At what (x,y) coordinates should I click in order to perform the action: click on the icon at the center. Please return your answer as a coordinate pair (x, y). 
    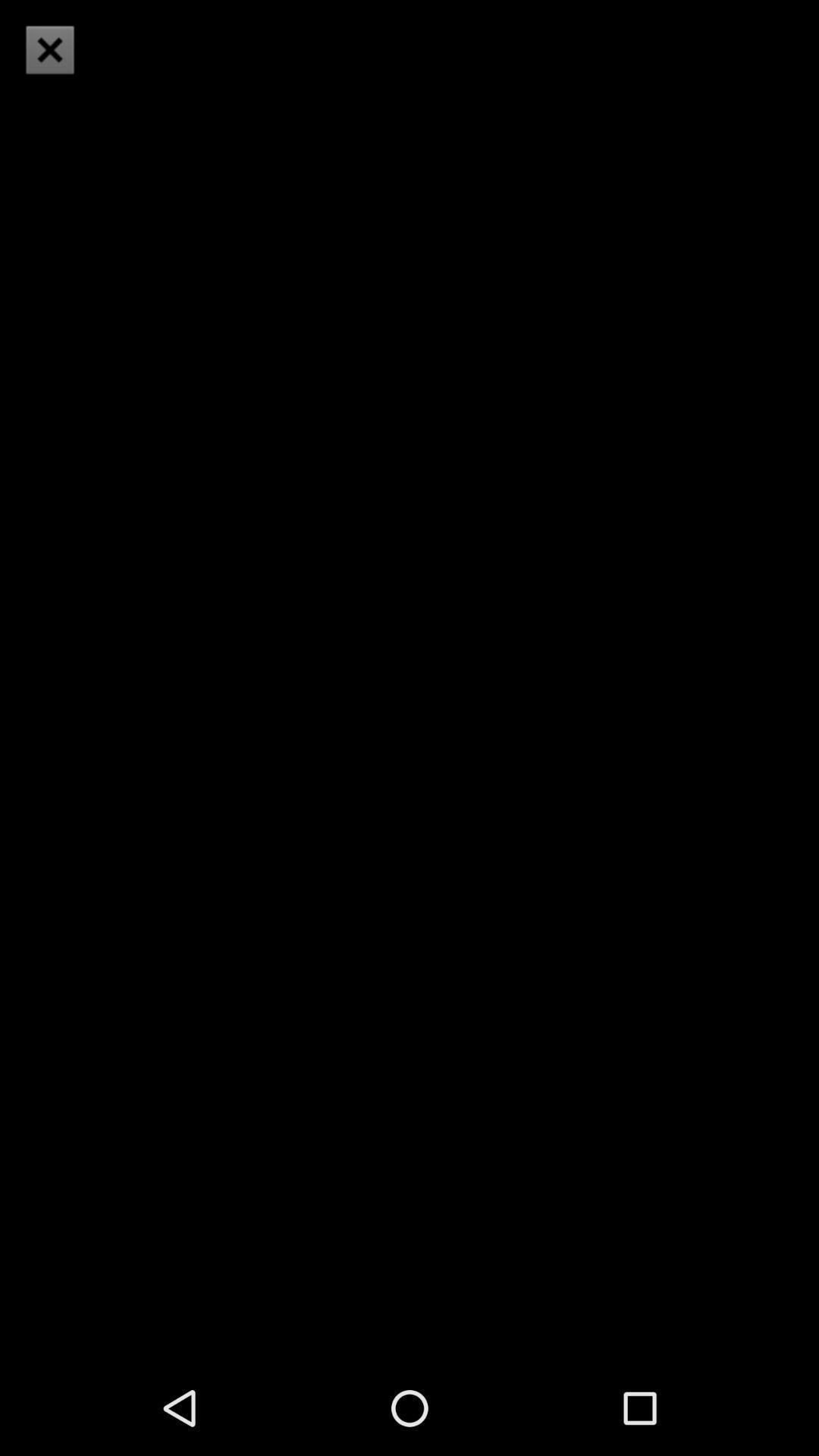
    Looking at the image, I should click on (409, 679).